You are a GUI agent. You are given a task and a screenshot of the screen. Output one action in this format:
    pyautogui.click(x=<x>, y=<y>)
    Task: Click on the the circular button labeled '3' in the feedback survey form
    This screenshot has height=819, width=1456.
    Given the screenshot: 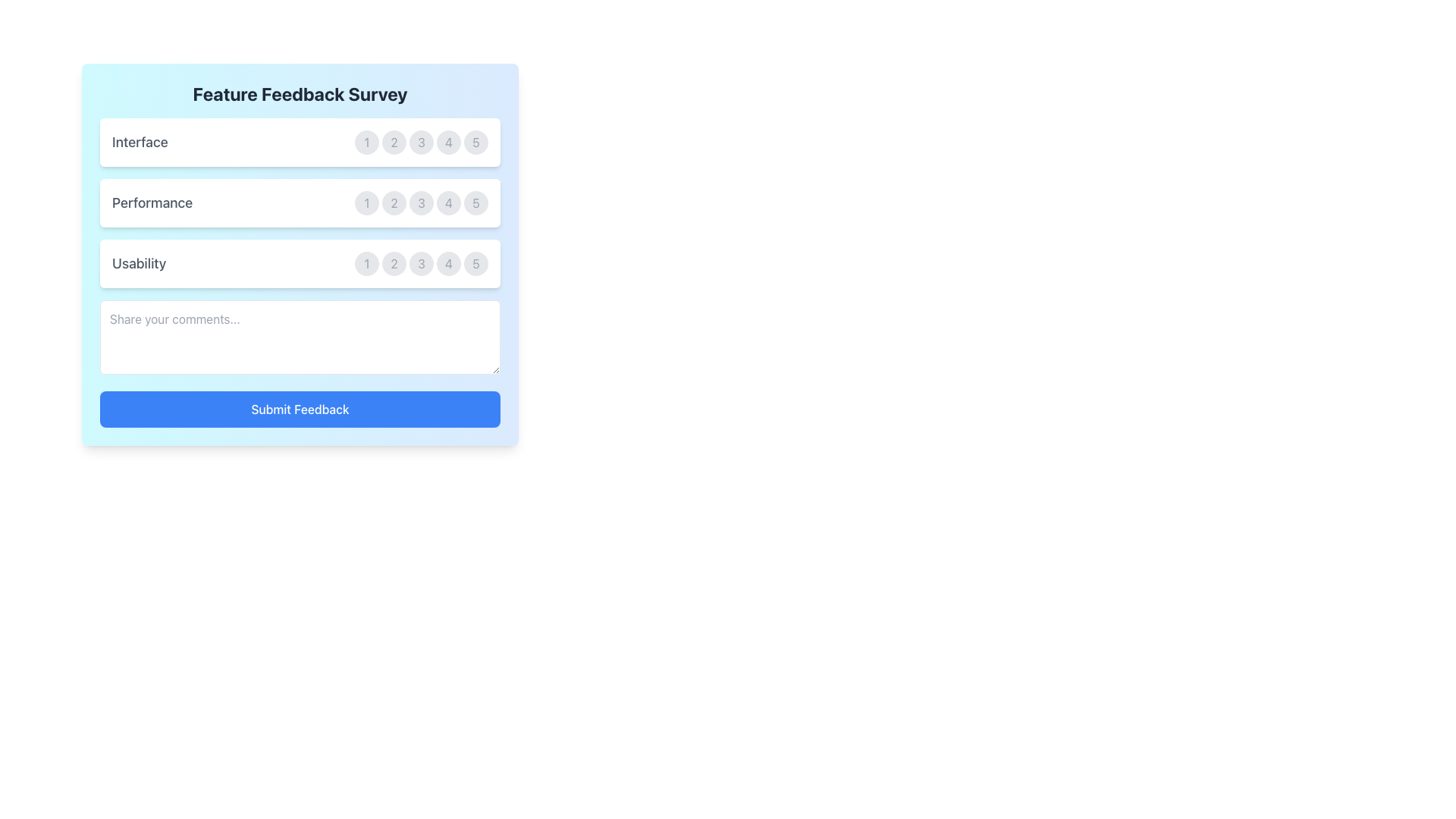 What is the action you would take?
    pyautogui.click(x=422, y=262)
    